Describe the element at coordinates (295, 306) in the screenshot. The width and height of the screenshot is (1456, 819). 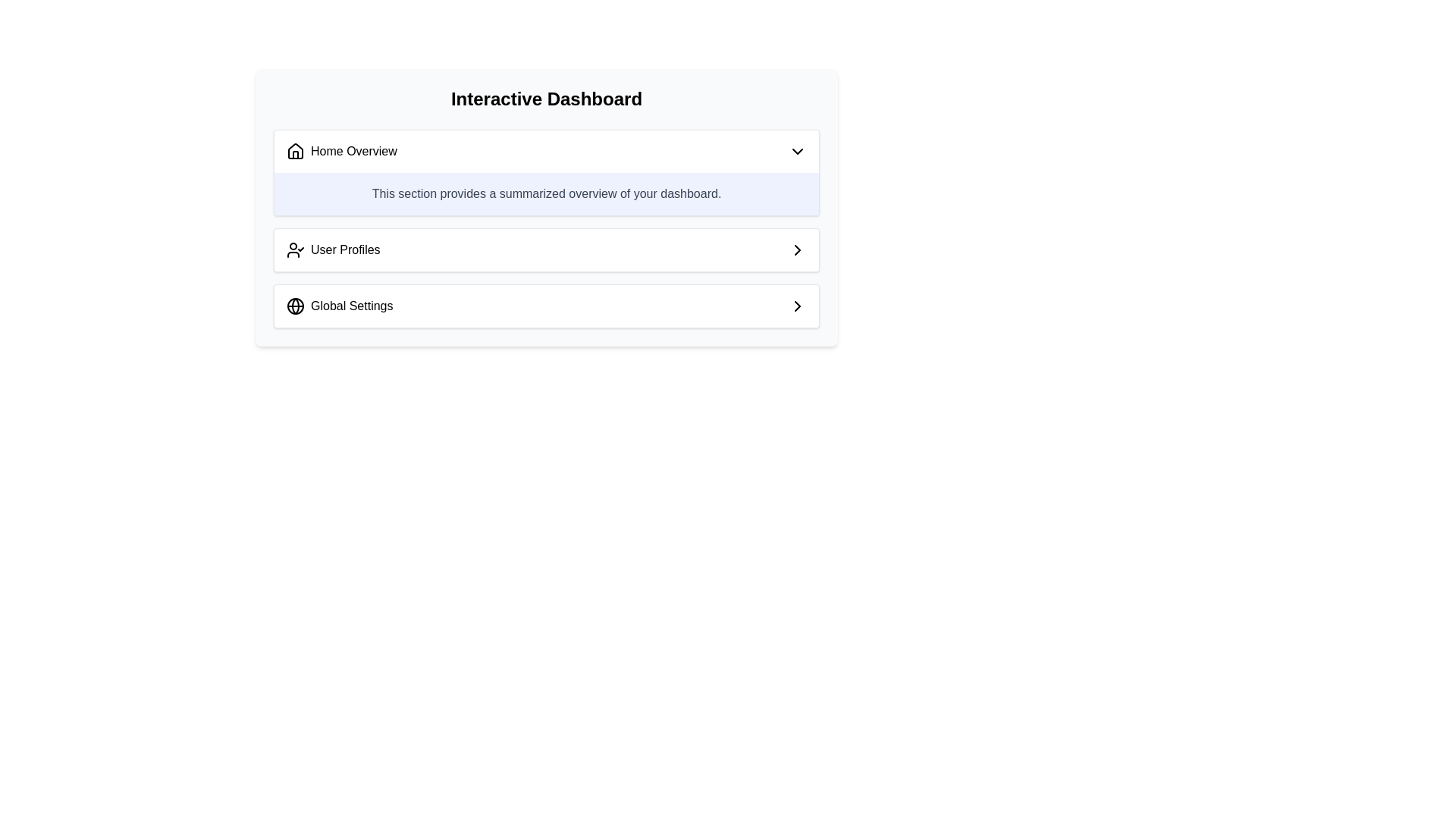
I see `the circular black globe icon located to the left of the 'Global Settings' text in the bottom section of the vertical list` at that location.